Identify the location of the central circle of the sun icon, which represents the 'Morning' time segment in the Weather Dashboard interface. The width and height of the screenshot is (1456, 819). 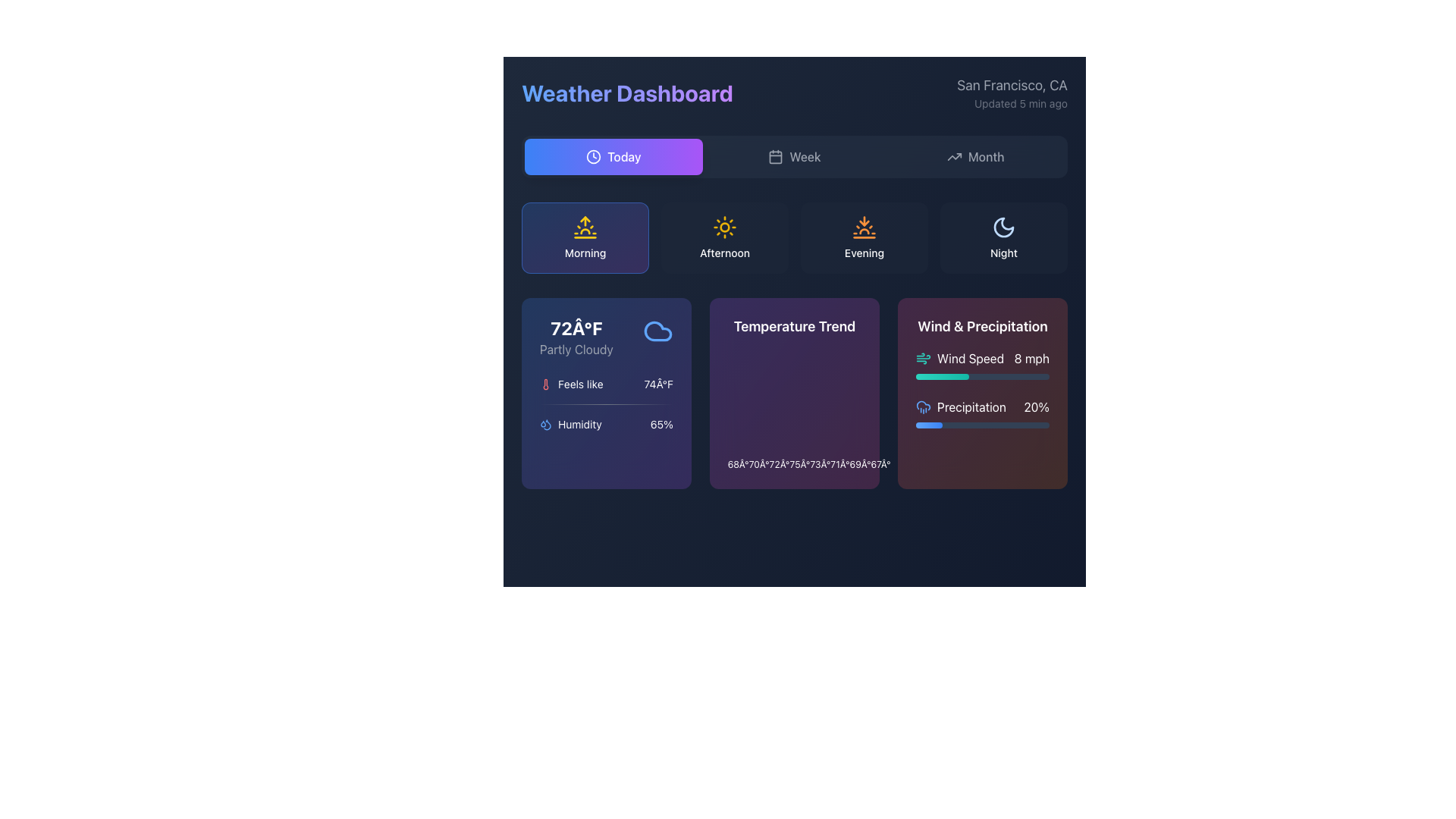
(723, 227).